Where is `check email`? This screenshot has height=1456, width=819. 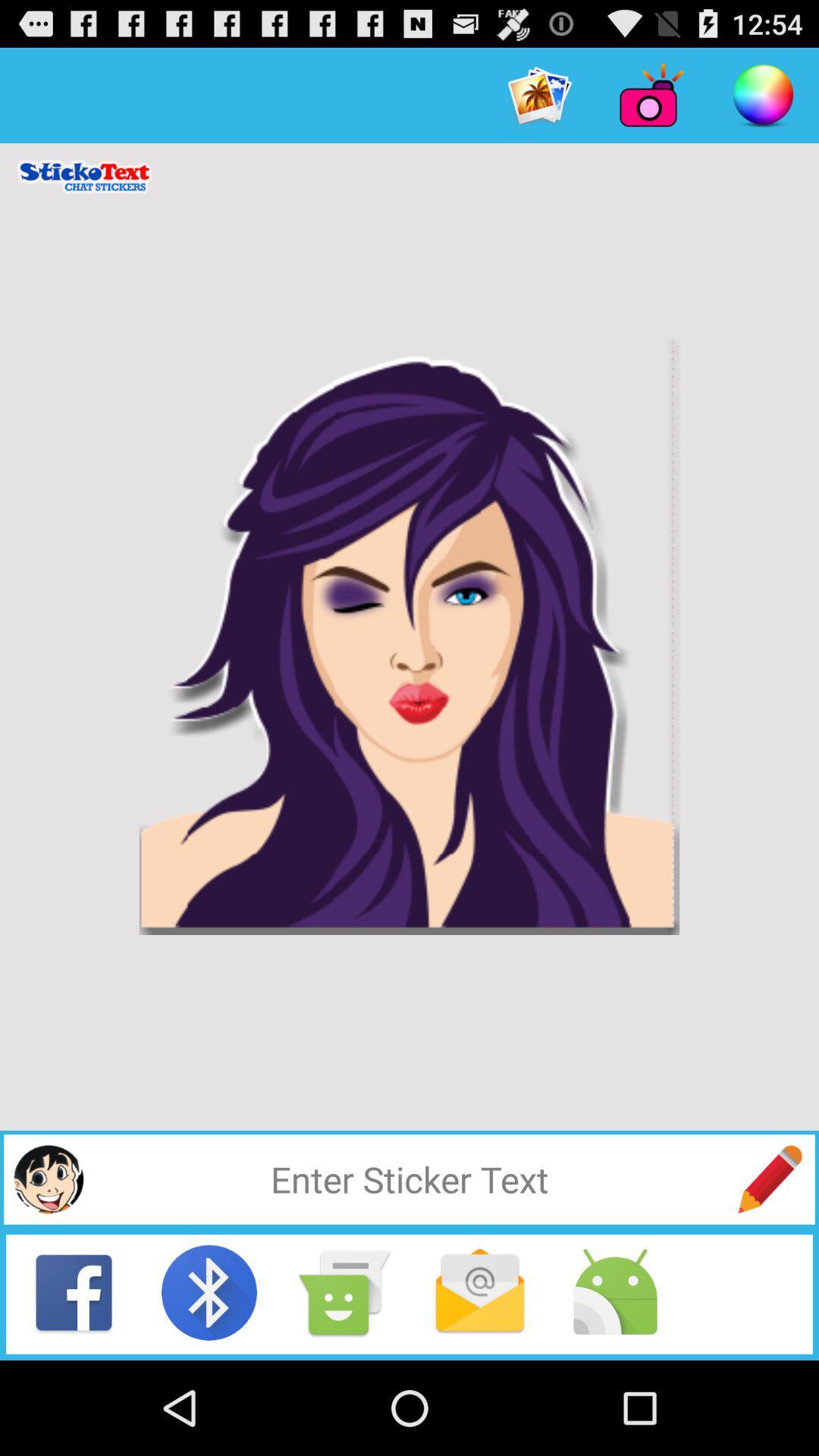
check email is located at coordinates (479, 1291).